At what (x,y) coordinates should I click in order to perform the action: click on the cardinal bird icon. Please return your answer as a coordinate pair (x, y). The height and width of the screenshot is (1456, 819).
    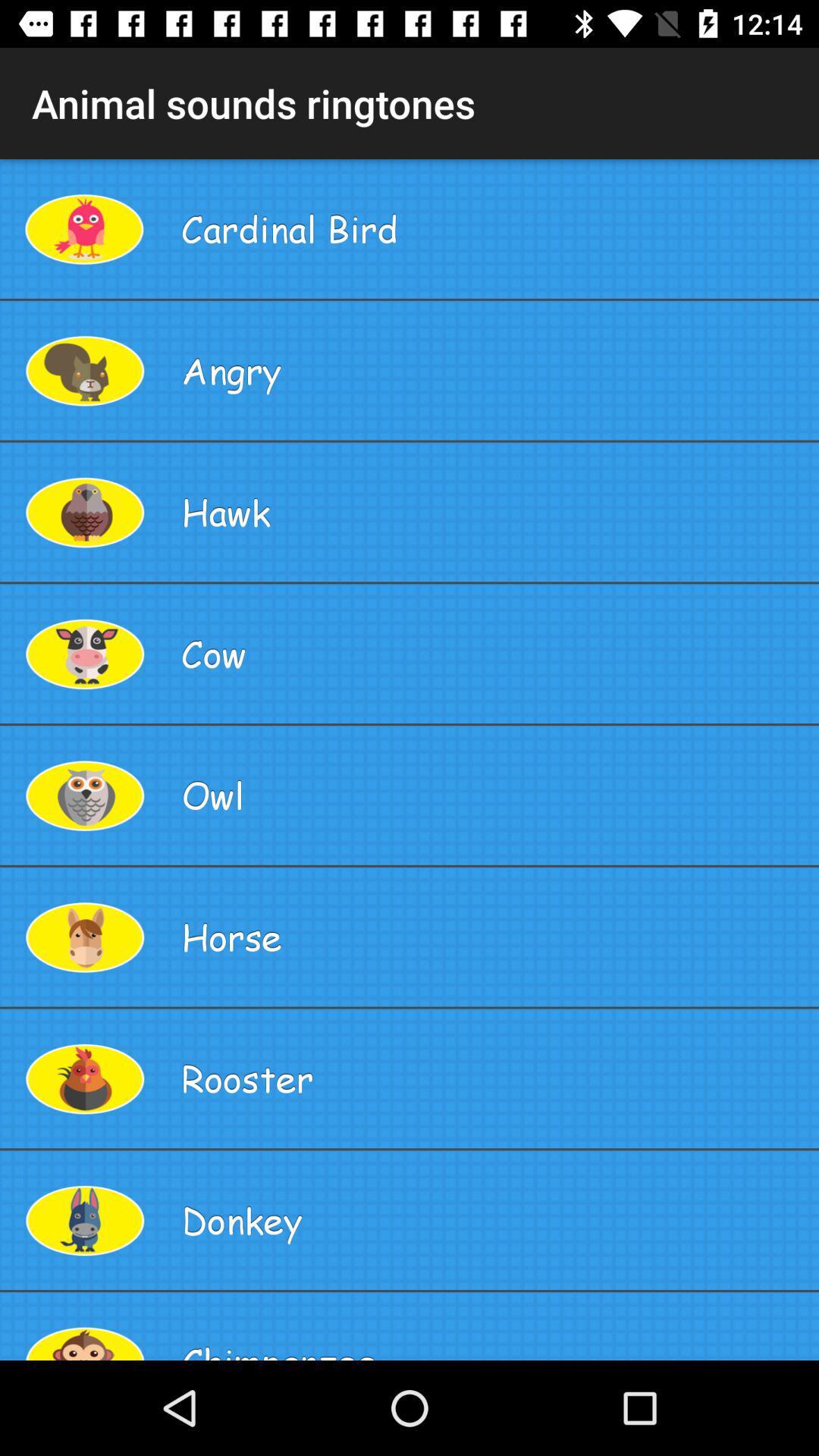
    Looking at the image, I should click on (494, 227).